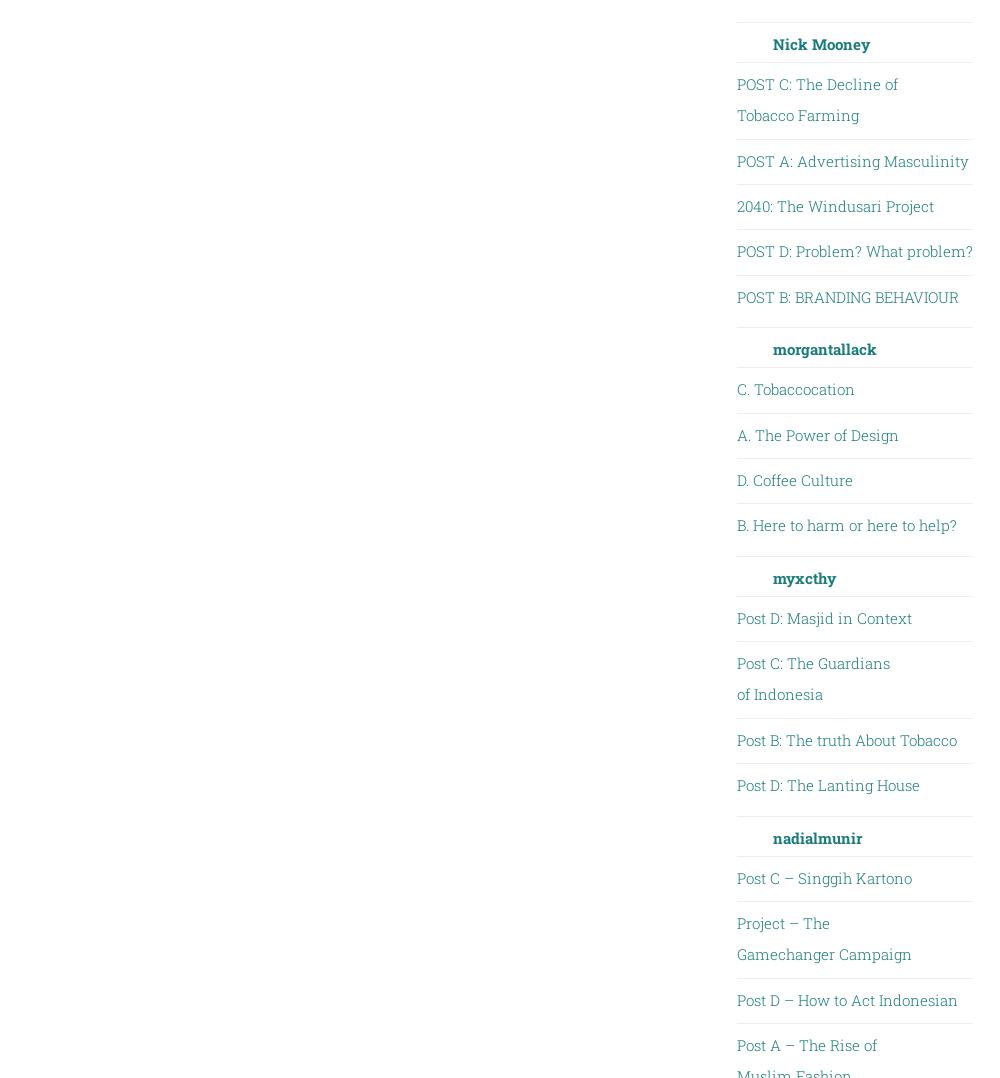 Image resolution: width=1000 pixels, height=1078 pixels. Describe the element at coordinates (815, 97) in the screenshot. I see `'POST C: The Decline of Tobacco Farming'` at that location.